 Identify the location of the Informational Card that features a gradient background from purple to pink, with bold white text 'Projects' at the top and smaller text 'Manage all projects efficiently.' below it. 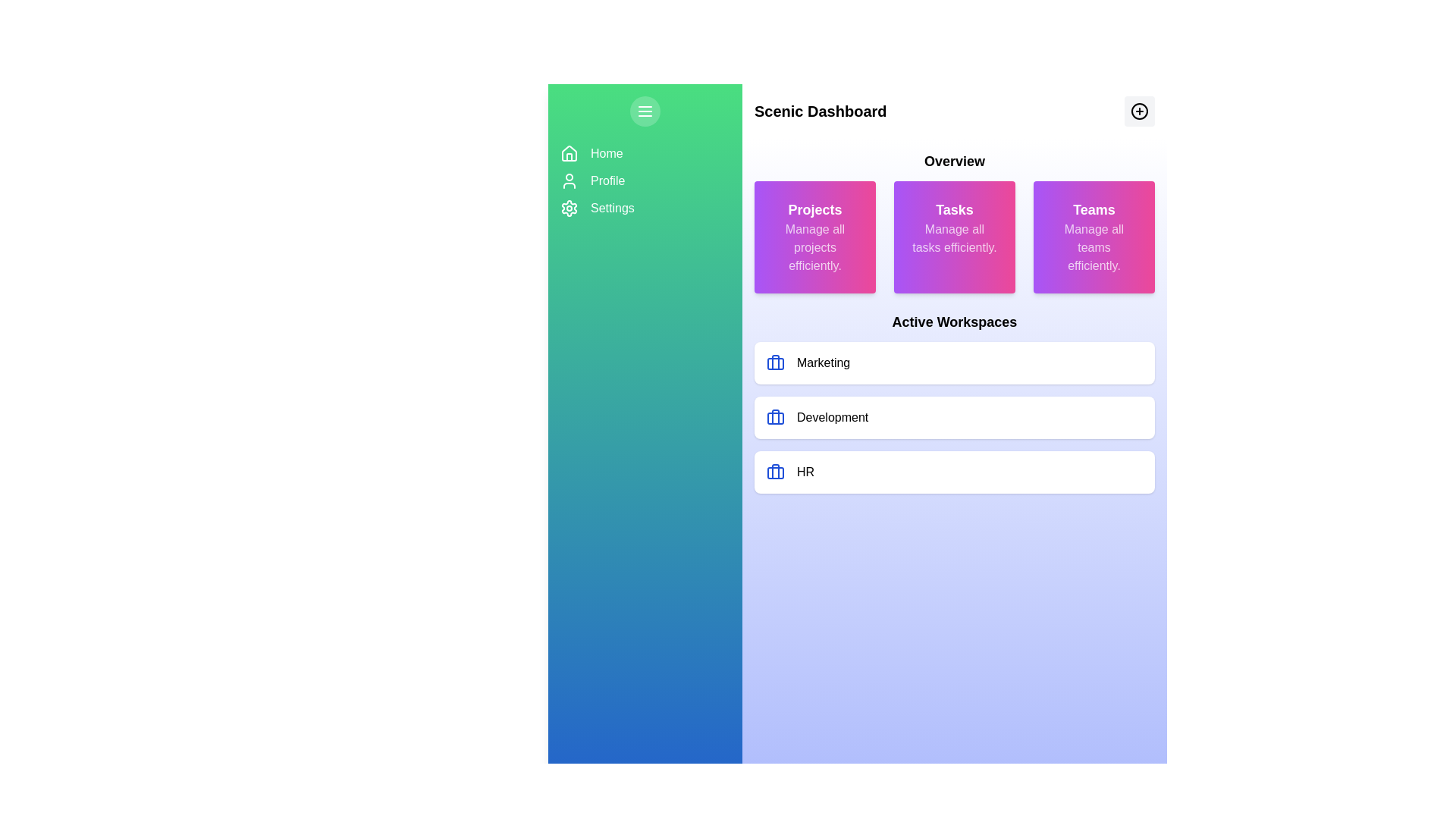
(814, 237).